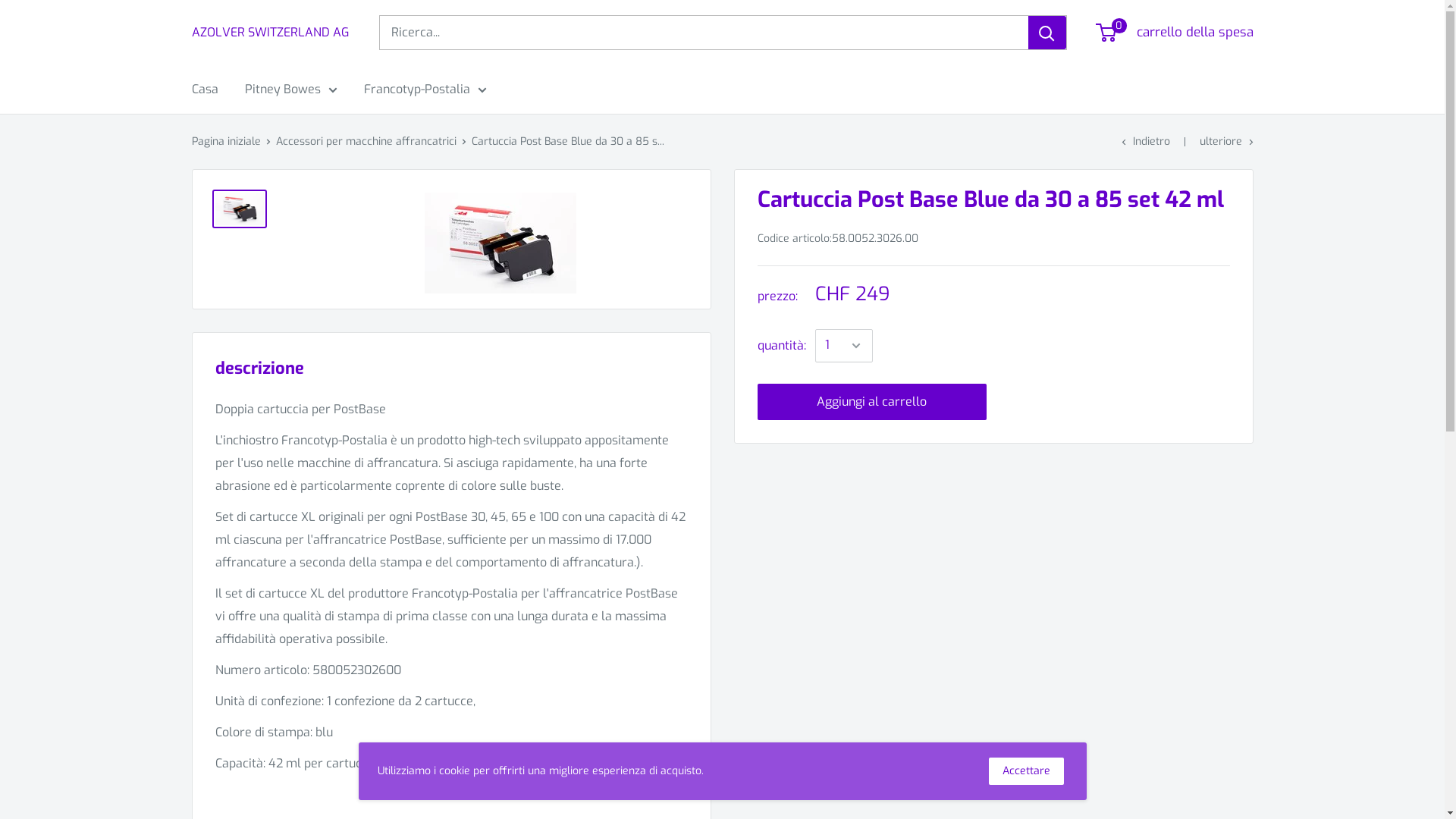  I want to click on 'Accessori per macchine affrancatrici', so click(276, 141).